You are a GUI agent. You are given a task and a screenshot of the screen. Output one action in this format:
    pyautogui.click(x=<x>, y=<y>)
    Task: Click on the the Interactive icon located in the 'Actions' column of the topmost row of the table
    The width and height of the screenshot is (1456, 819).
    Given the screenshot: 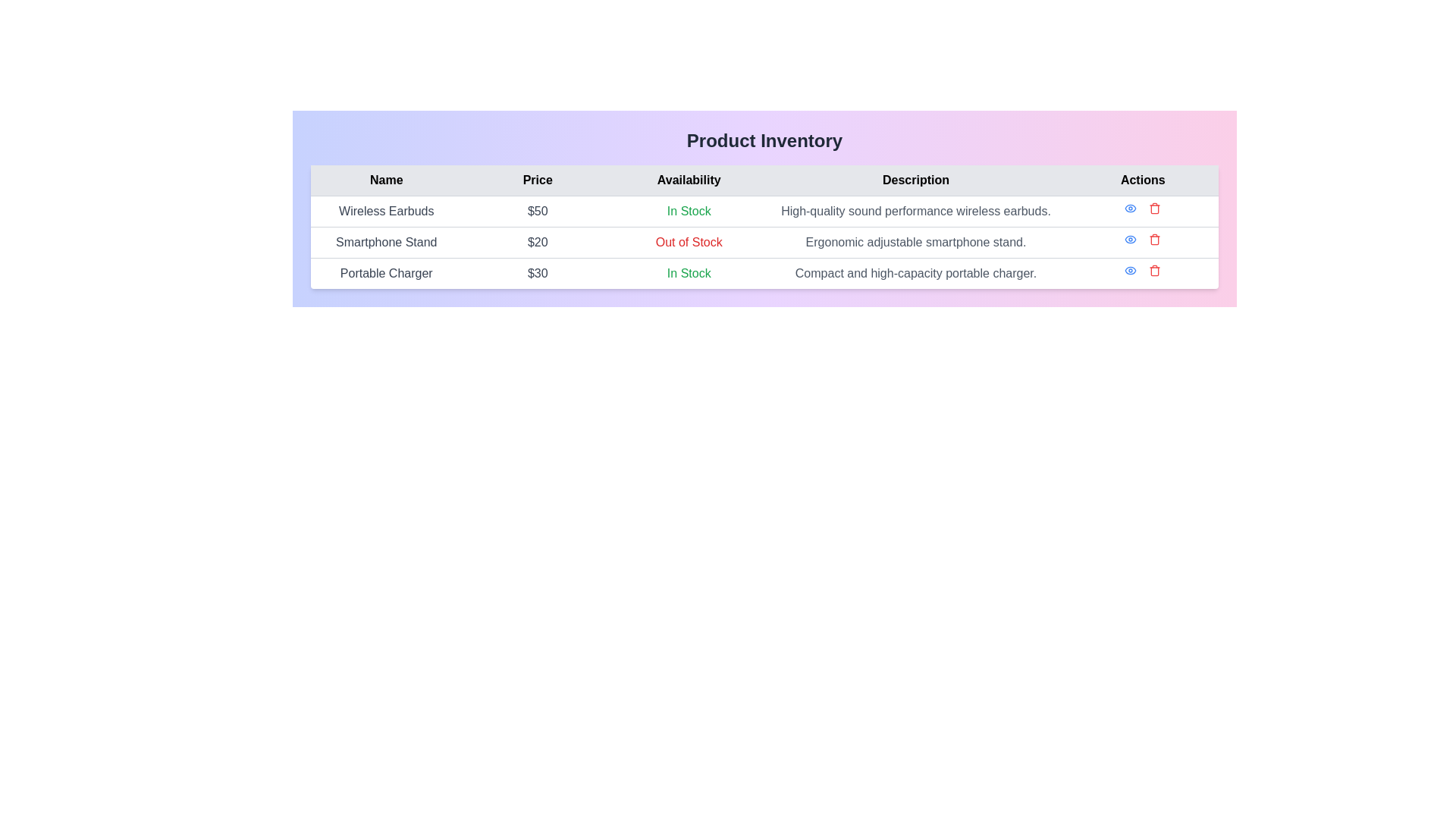 What is the action you would take?
    pyautogui.click(x=1131, y=208)
    